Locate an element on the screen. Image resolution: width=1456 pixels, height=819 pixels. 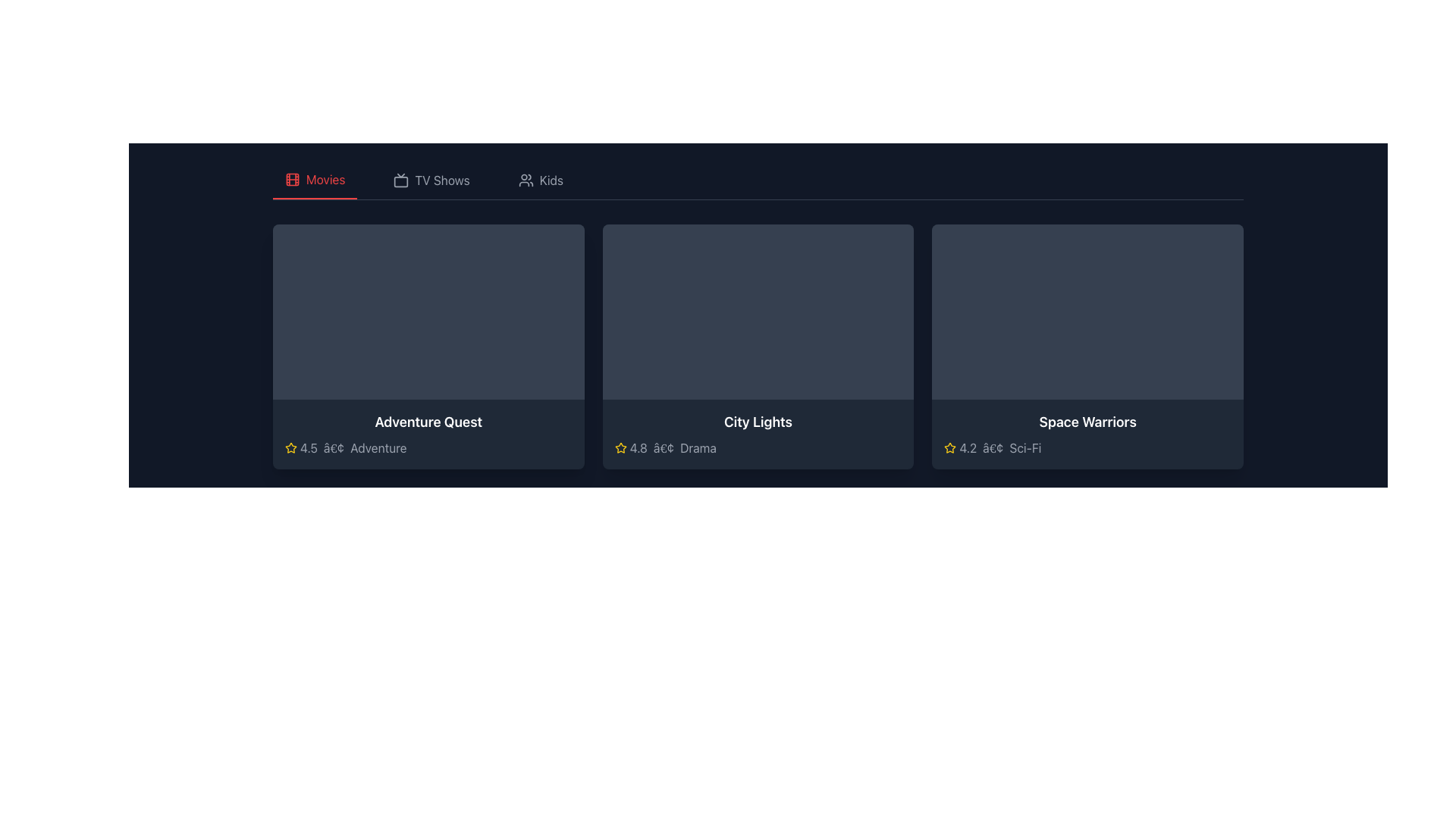
the genre is located at coordinates (1025, 447).